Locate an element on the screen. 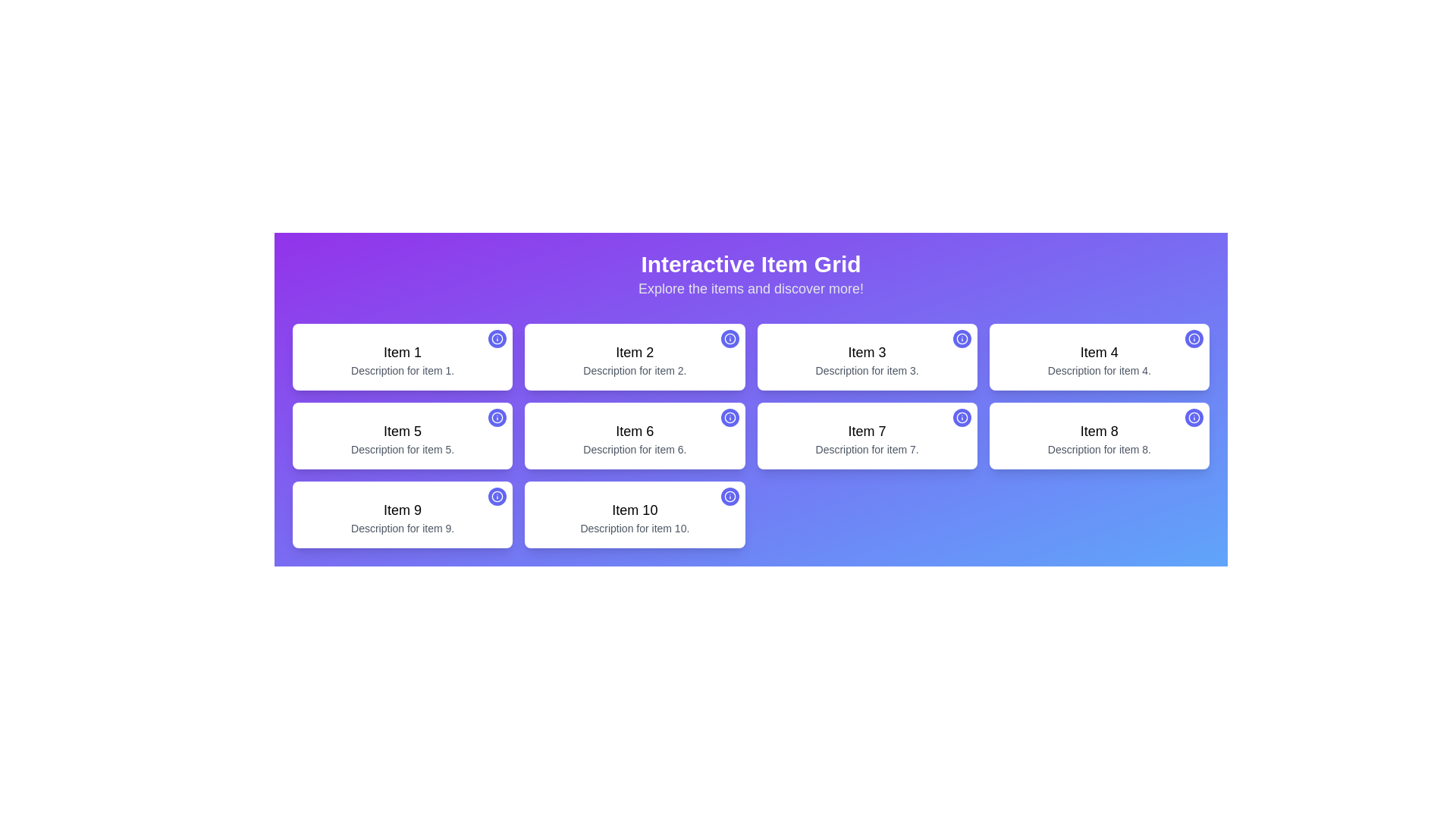 The width and height of the screenshot is (1456, 819). the text block containing the phrase 'Description for item 8.' located within the card for 'Item 8' in the interactive item grid is located at coordinates (1099, 449).